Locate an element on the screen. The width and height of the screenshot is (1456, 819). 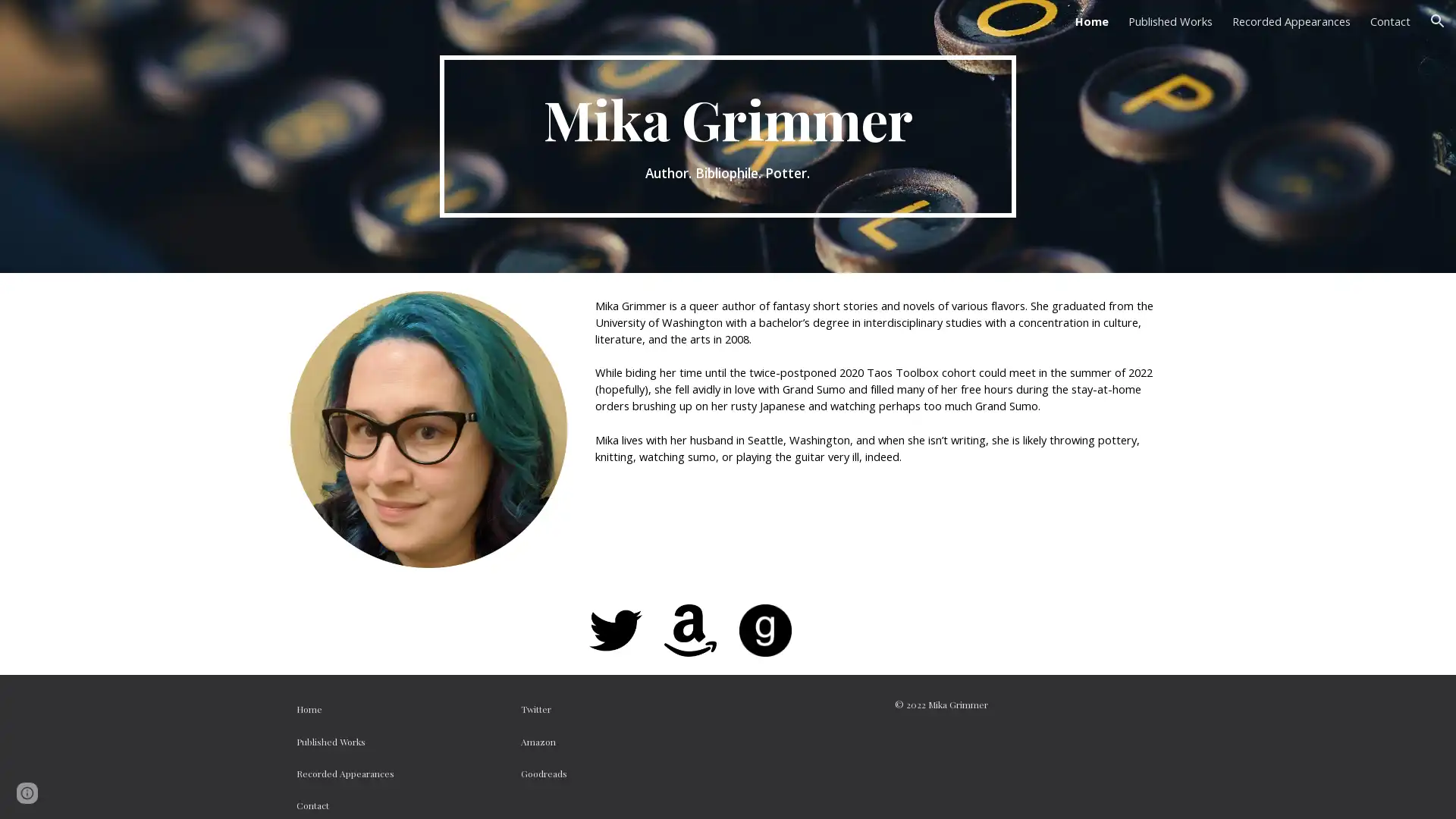
Skip to navigation is located at coordinates (864, 28).